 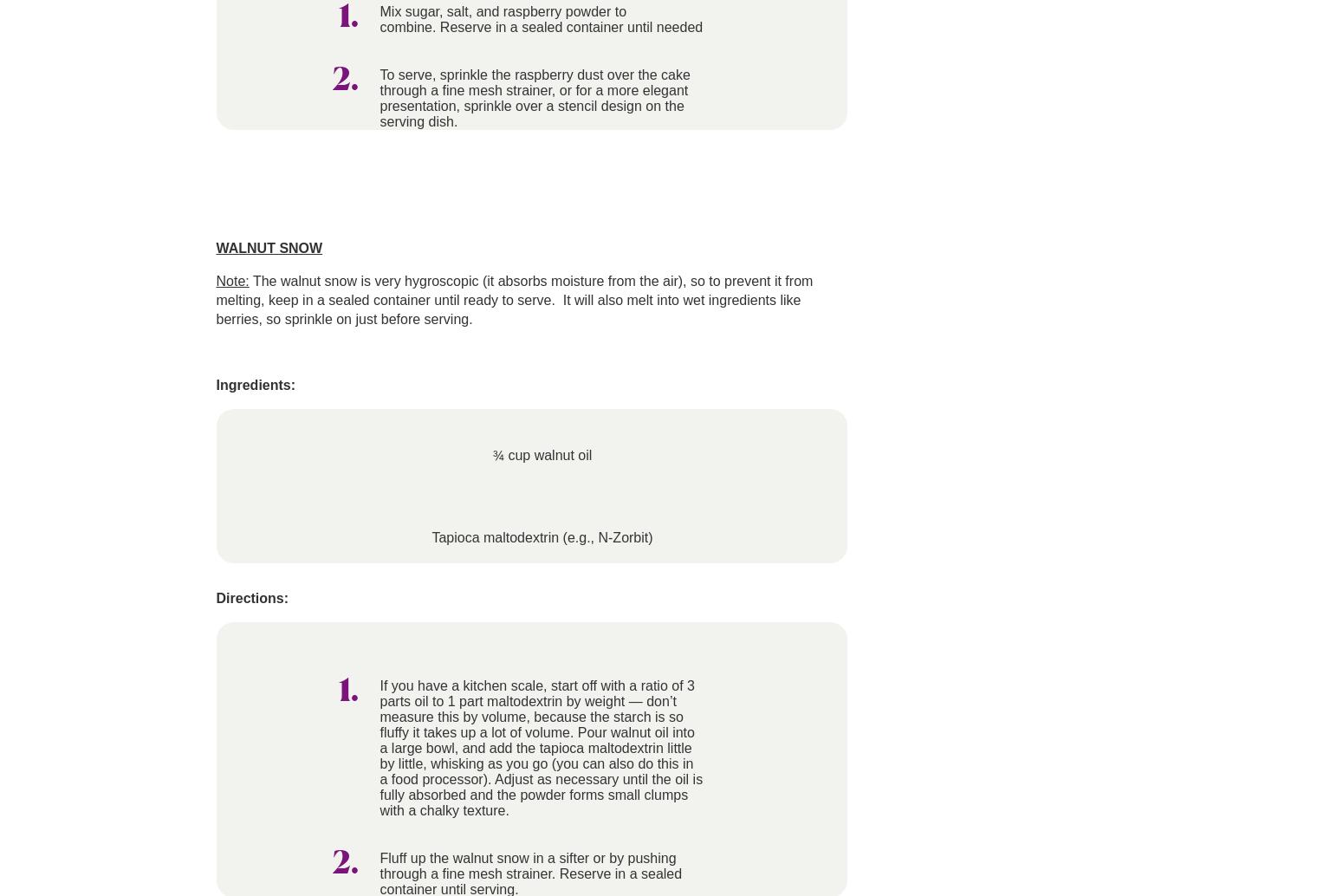 What do you see at coordinates (269, 247) in the screenshot?
I see `'WALNUT SNOW'` at bounding box center [269, 247].